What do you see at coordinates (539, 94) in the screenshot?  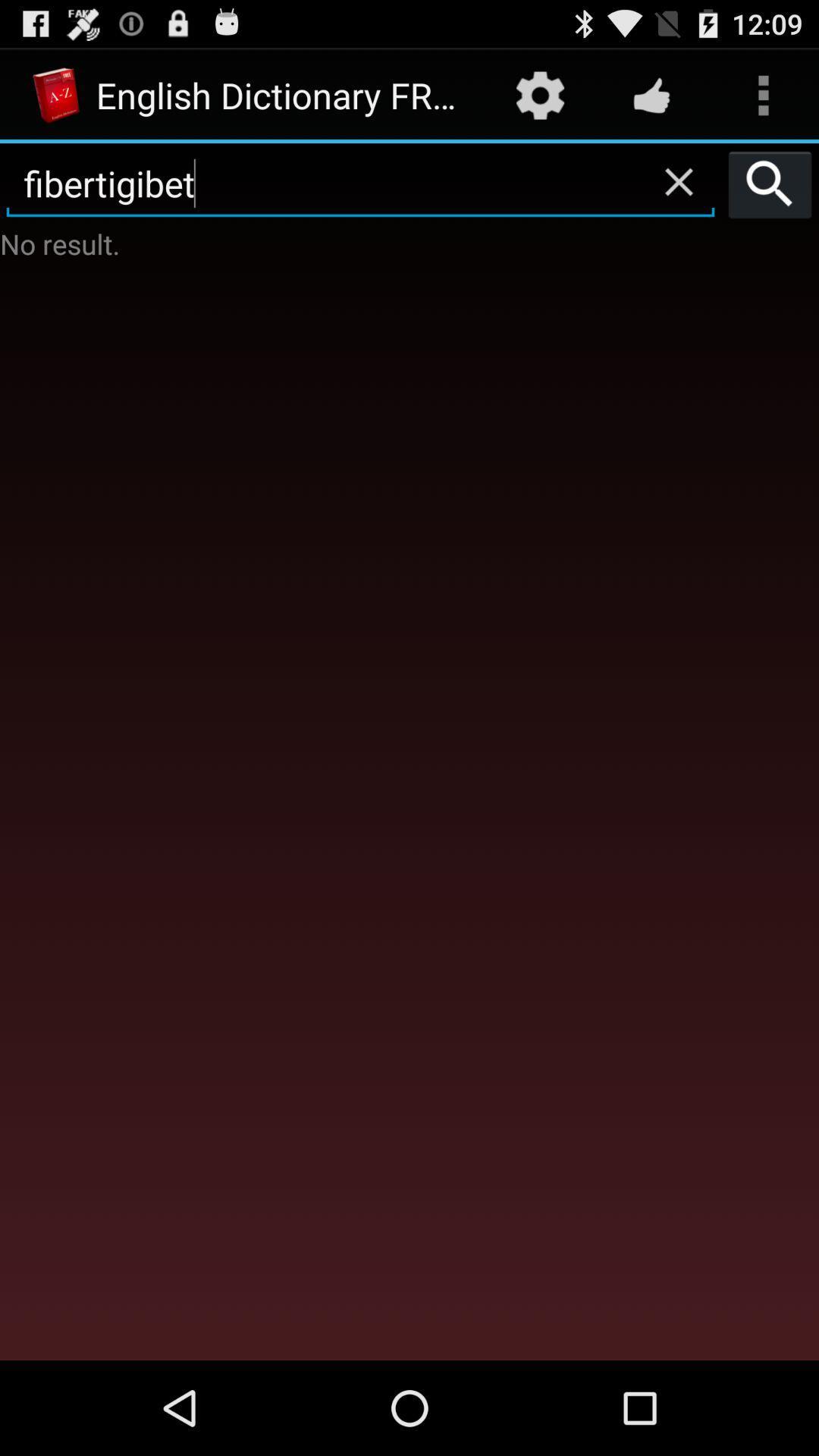 I see `icon above fibertigibet icon` at bounding box center [539, 94].